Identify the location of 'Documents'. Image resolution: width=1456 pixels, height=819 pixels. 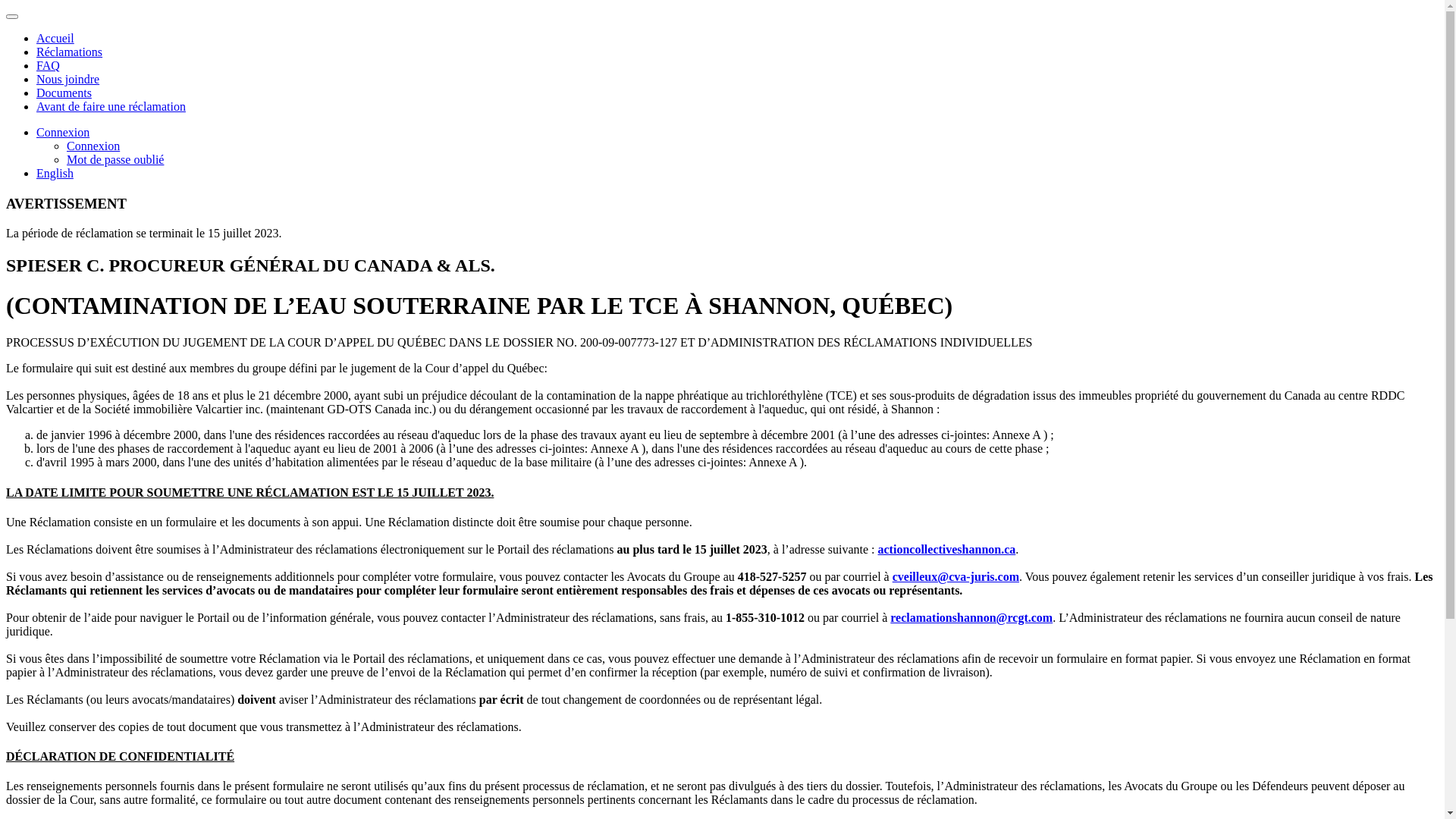
(63, 93).